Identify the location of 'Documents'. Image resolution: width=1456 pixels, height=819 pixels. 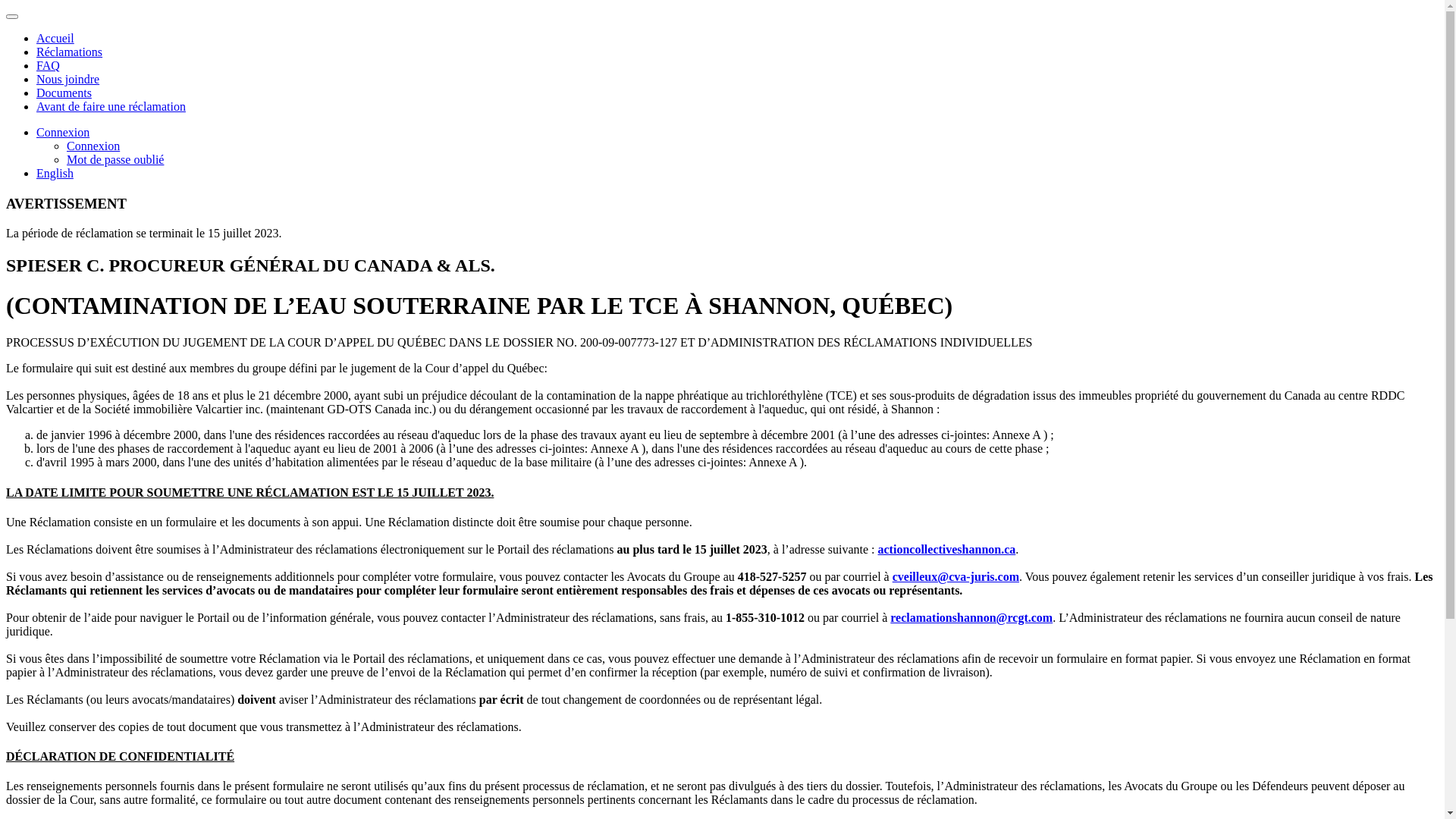
(63, 93).